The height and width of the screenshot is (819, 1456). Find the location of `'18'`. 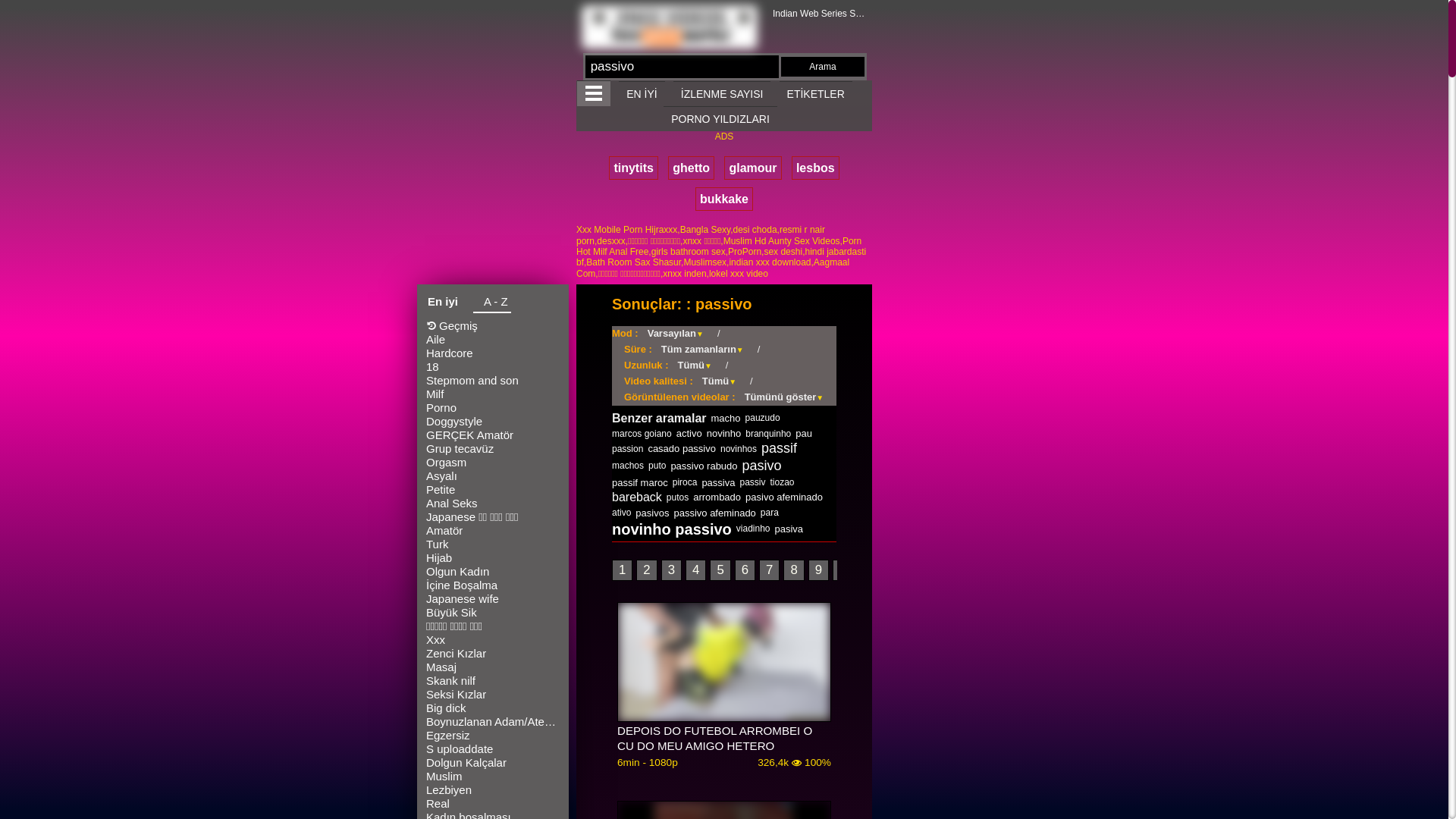

'18' is located at coordinates (492, 366).